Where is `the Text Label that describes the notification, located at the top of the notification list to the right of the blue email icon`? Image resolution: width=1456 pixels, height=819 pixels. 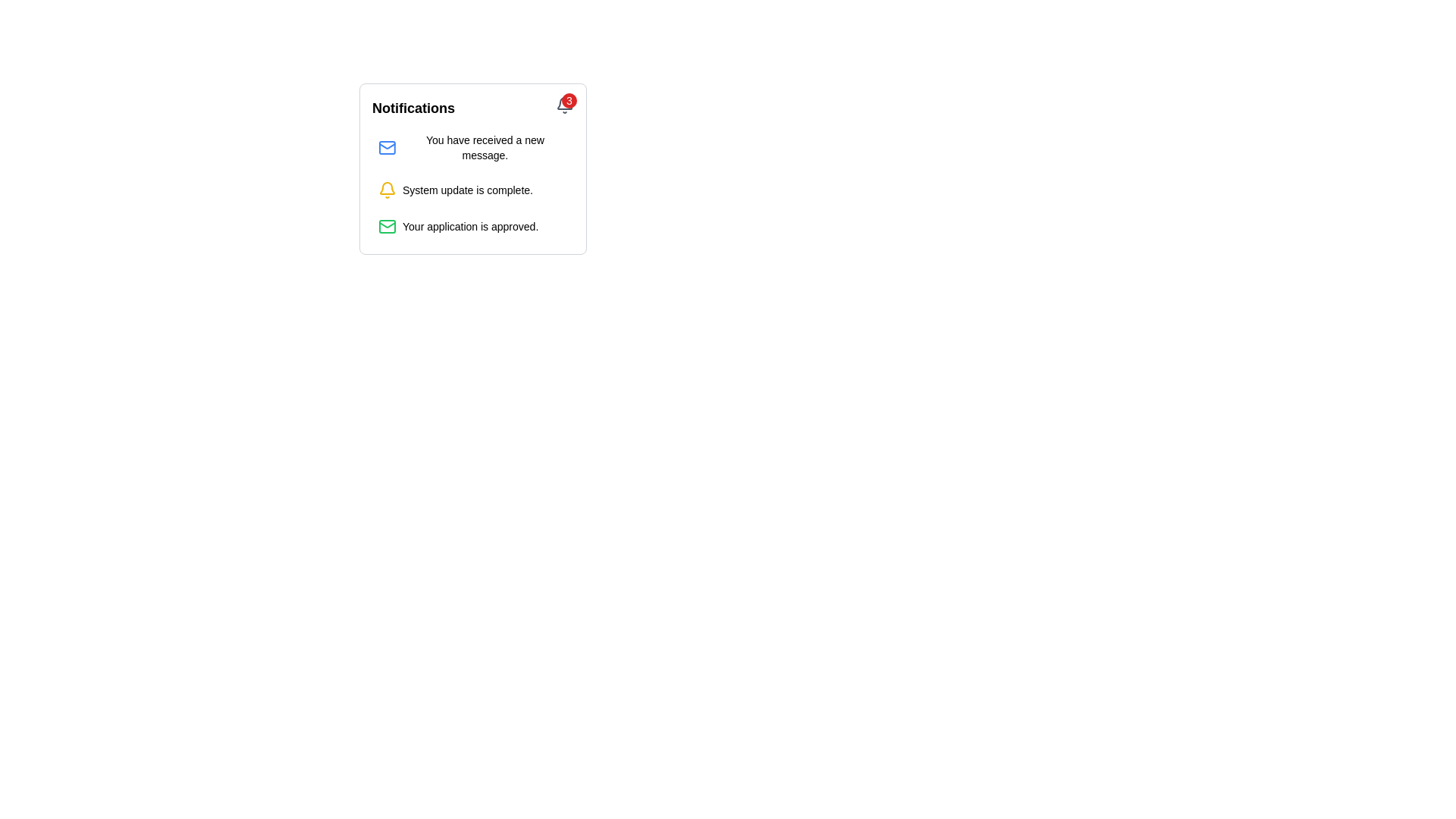 the Text Label that describes the notification, located at the top of the notification list to the right of the blue email icon is located at coordinates (484, 148).